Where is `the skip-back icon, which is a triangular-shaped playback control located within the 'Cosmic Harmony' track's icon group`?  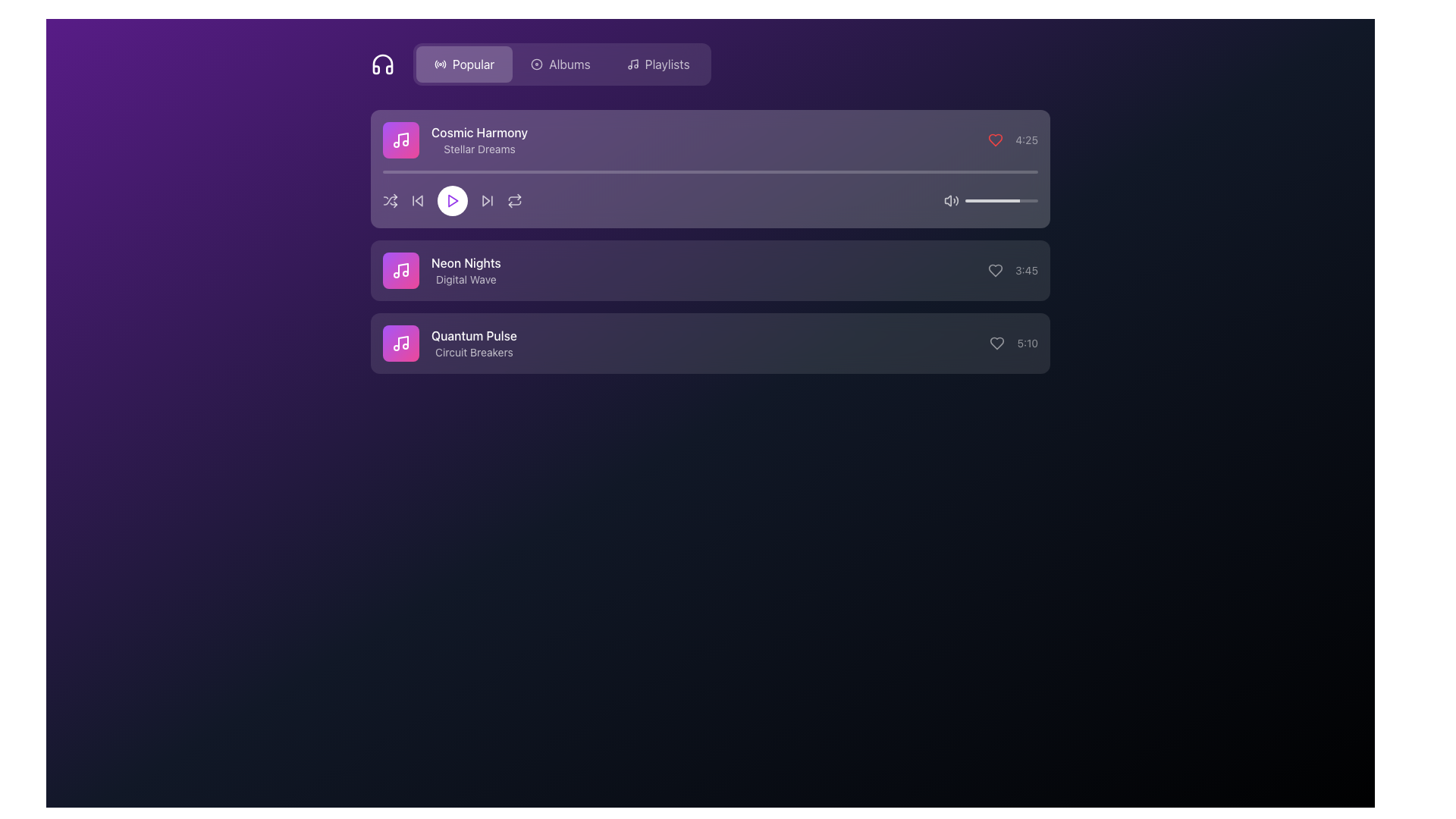
the skip-back icon, which is a triangular-shaped playback control located within the 'Cosmic Harmony' track's icon group is located at coordinates (419, 200).